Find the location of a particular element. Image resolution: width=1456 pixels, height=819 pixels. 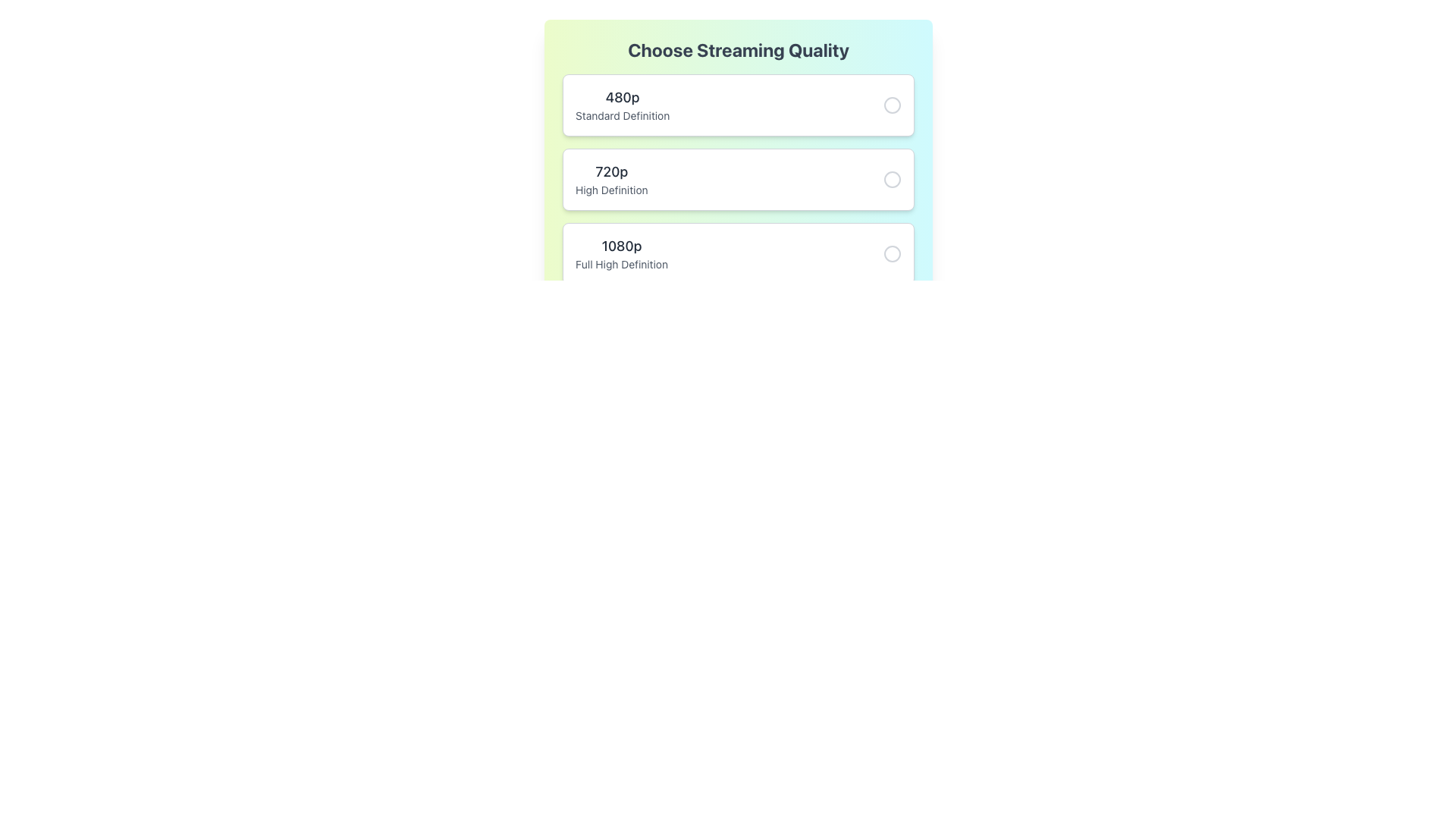

the circular radio button indicator for the '720p' streaming quality option is located at coordinates (892, 178).